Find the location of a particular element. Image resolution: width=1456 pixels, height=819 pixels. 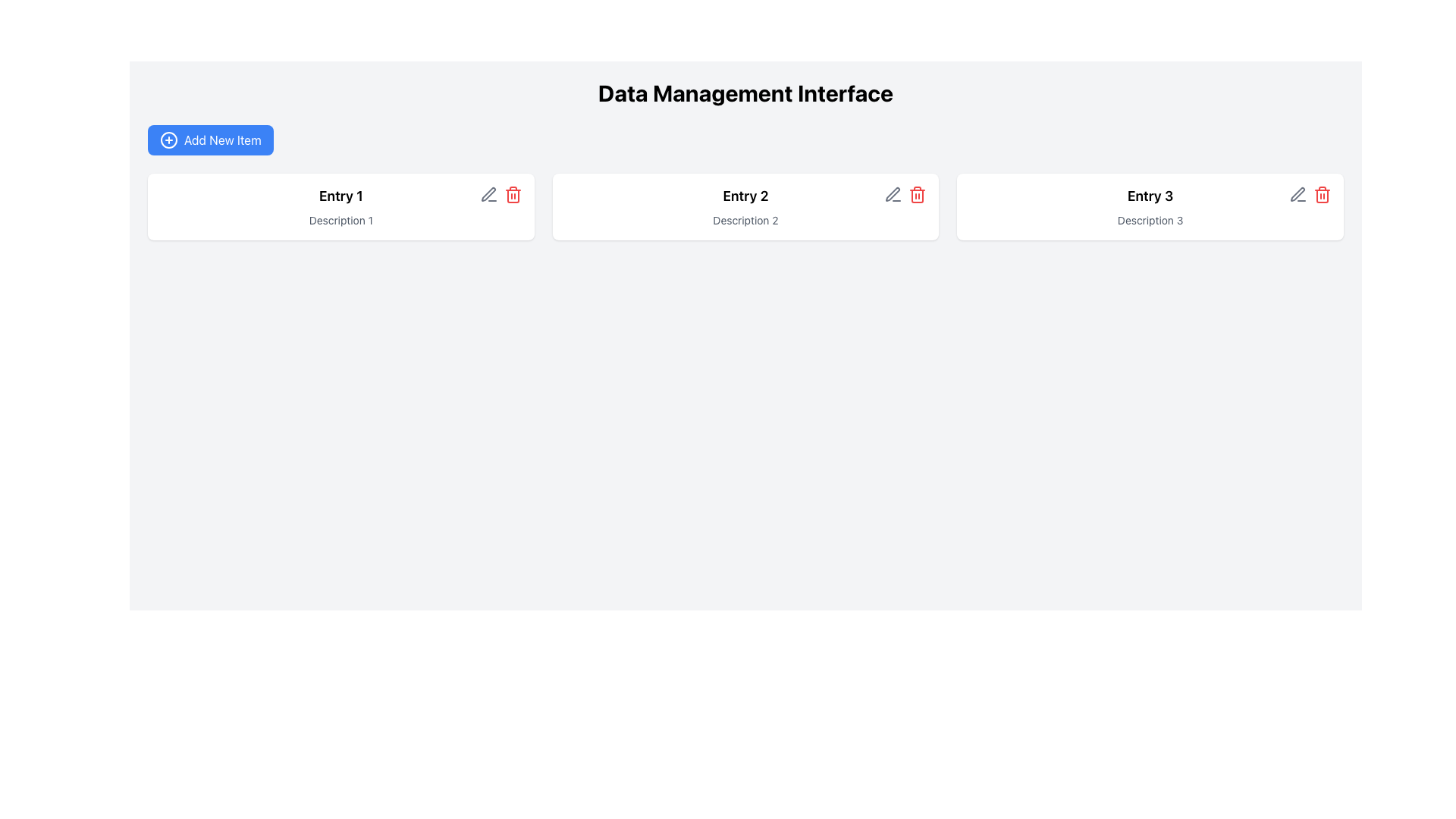

the trash bin icon located at the top-right corner of the card labeled 'Entry 2' is located at coordinates (905, 194).